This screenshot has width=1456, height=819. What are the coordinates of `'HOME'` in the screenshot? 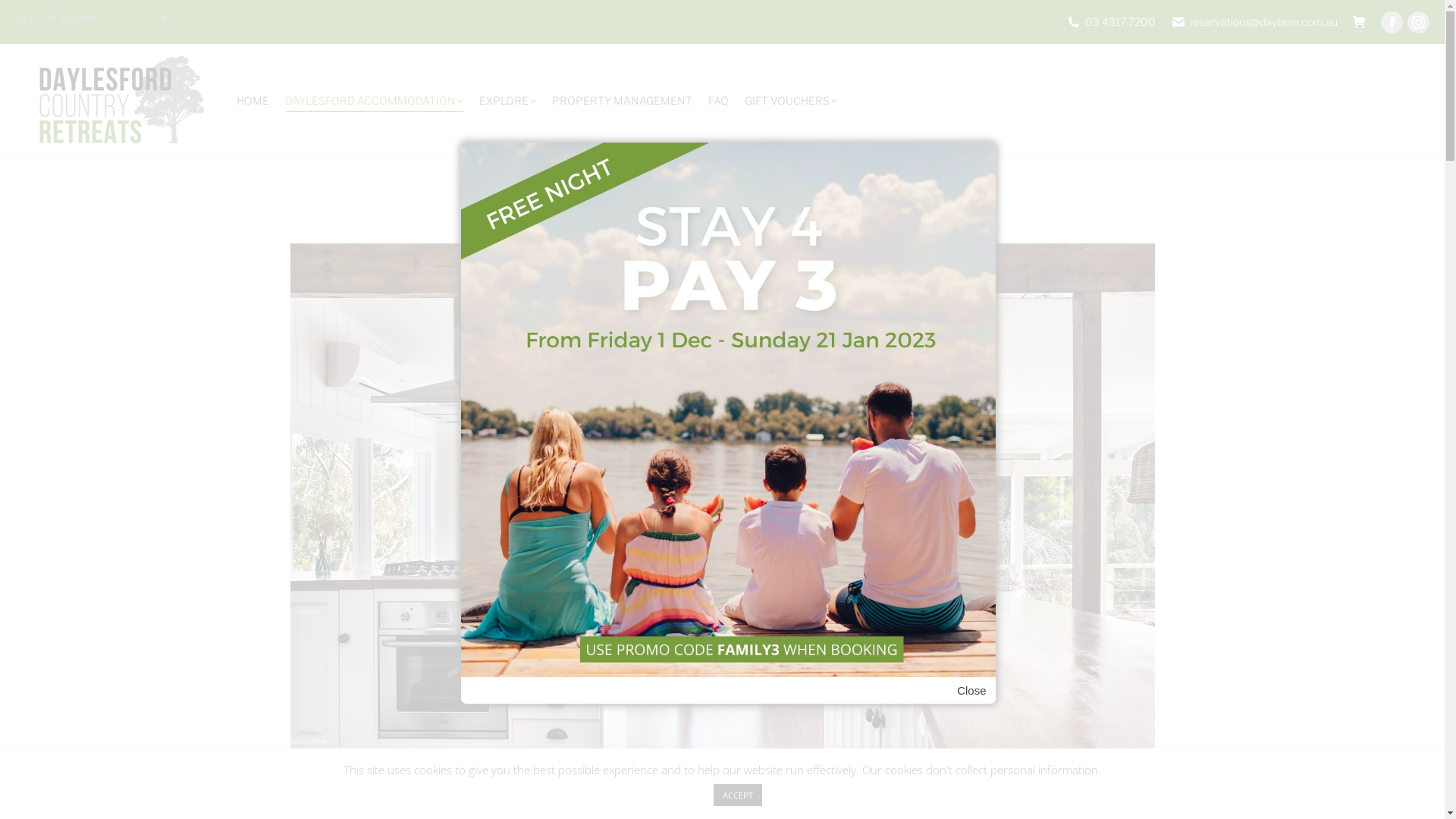 It's located at (253, 100).